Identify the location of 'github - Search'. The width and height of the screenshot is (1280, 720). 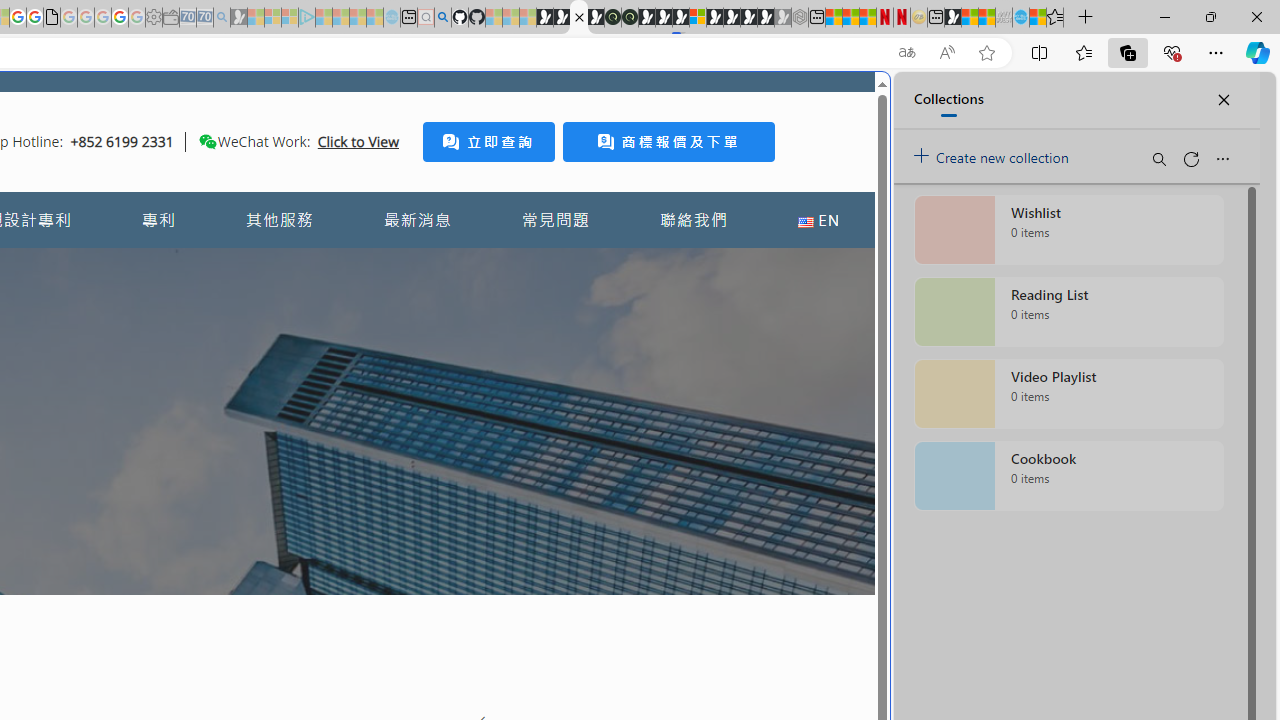
(441, 17).